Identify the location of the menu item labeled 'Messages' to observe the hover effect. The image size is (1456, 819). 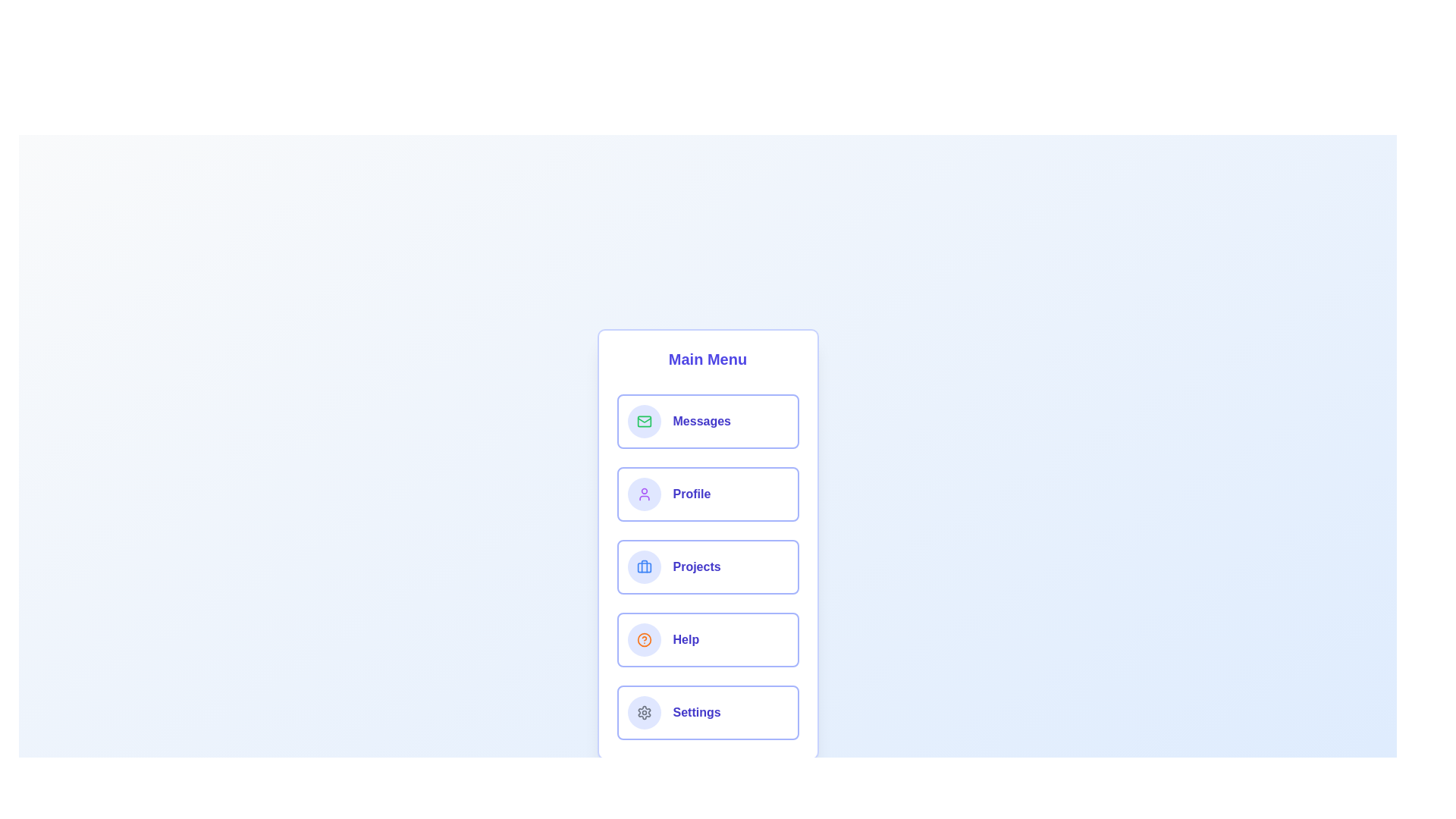
(707, 421).